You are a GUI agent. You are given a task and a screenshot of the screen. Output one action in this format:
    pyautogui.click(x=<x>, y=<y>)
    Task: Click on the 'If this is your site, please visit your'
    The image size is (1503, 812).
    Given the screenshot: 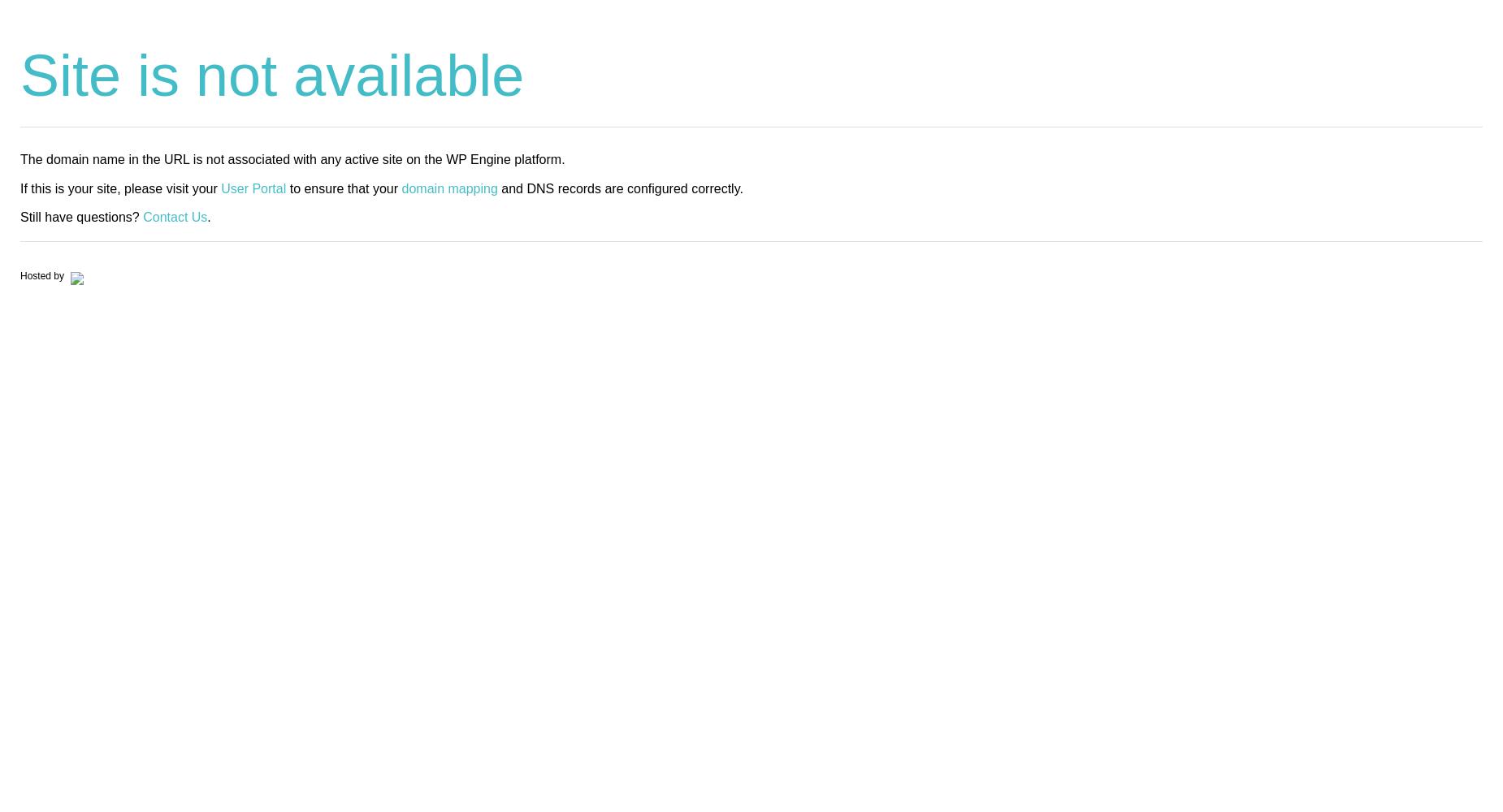 What is the action you would take?
    pyautogui.click(x=119, y=187)
    